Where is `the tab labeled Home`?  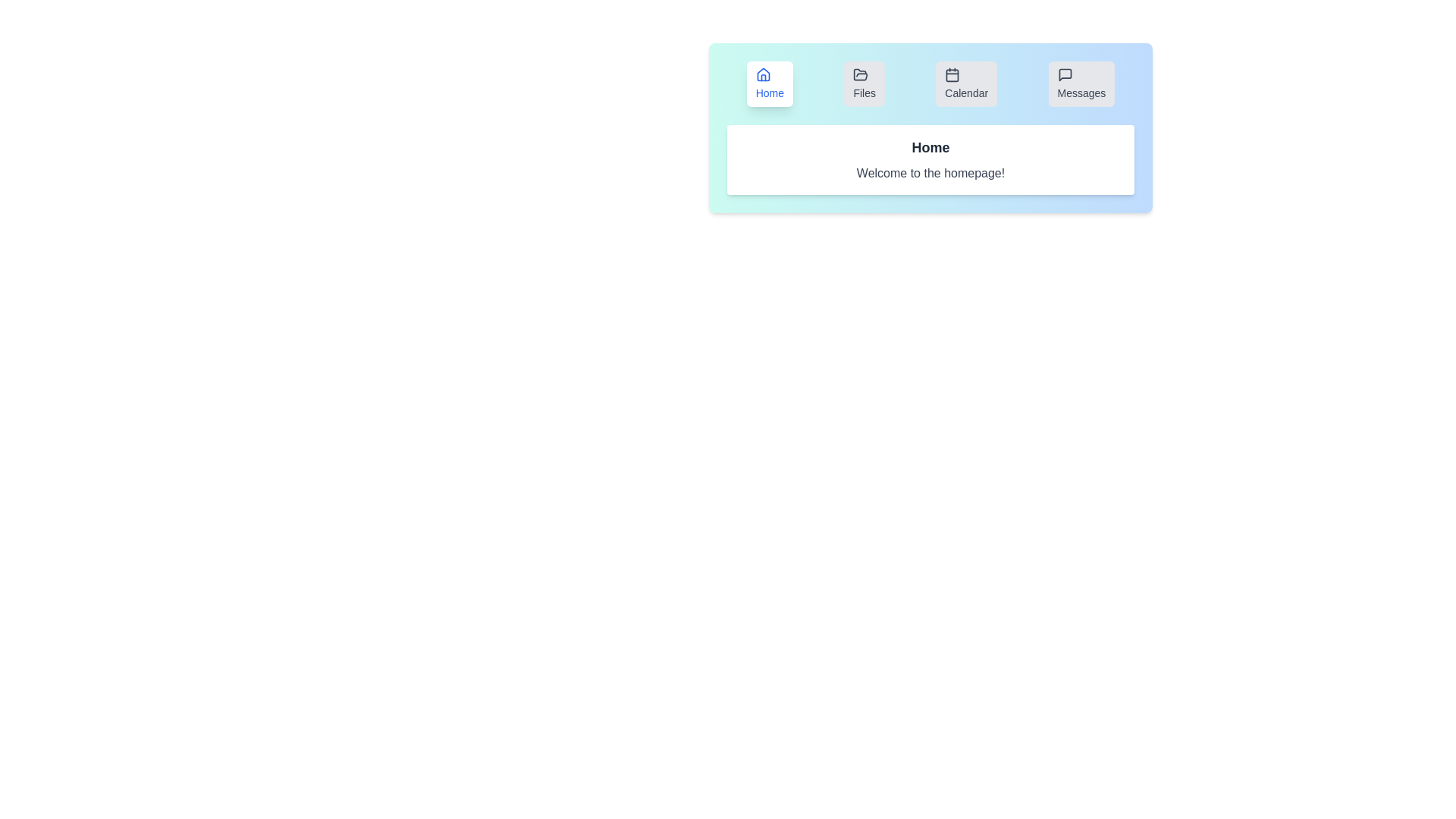
the tab labeled Home is located at coordinates (770, 84).